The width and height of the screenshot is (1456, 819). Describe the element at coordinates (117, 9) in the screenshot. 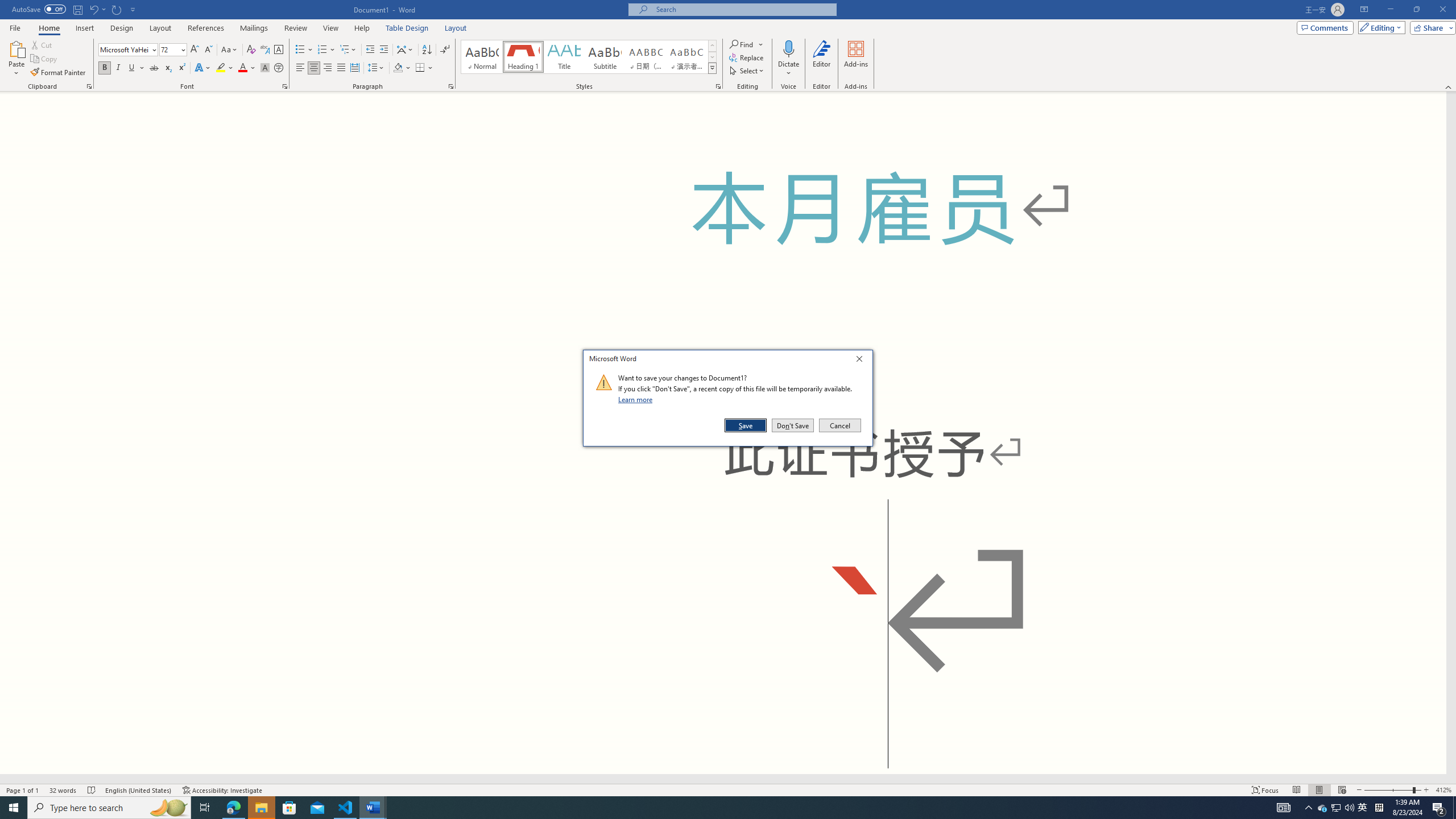

I see `'Repeat Doc Close'` at that location.